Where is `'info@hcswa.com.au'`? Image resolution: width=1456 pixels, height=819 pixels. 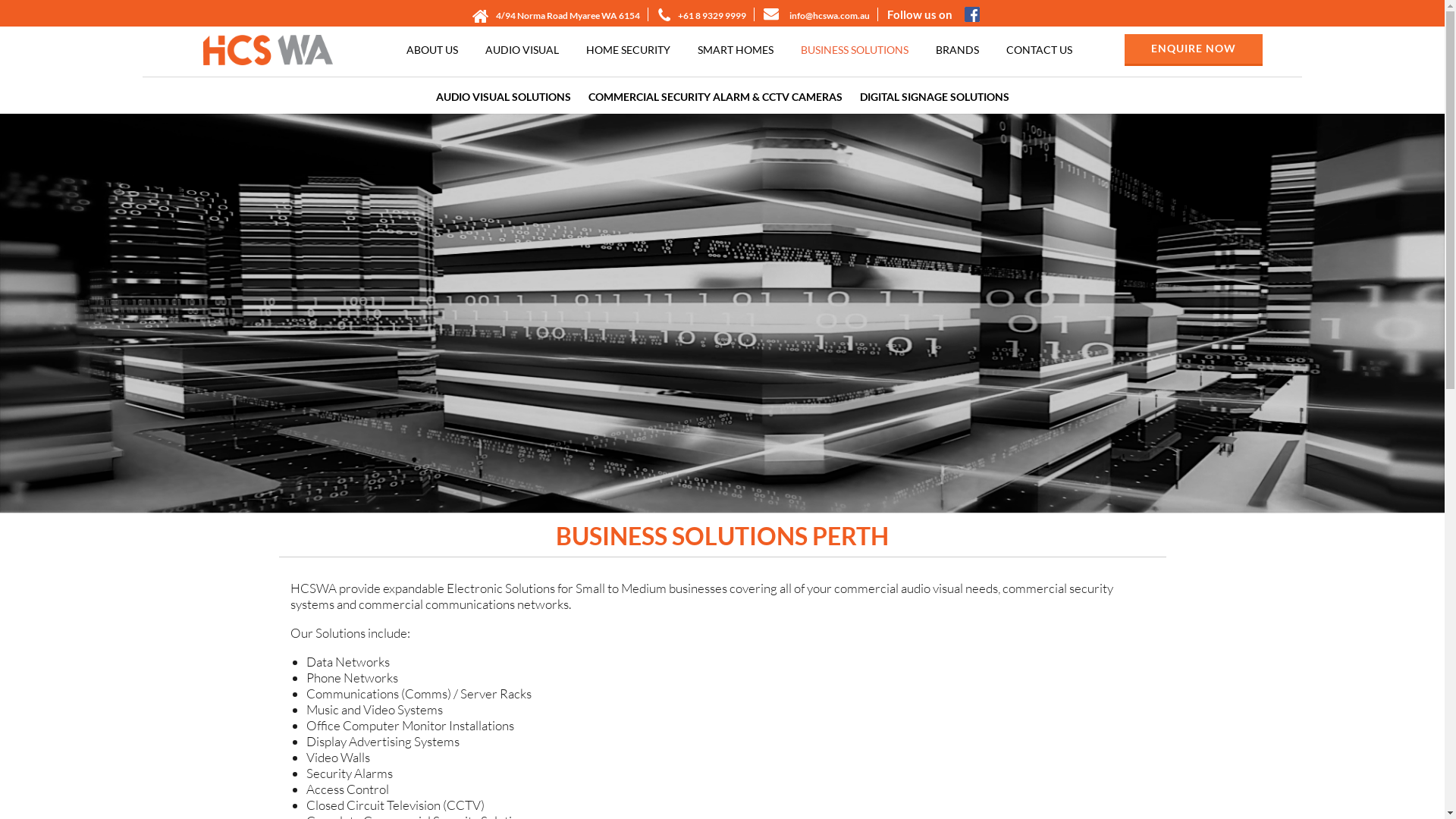 'info@hcswa.com.au' is located at coordinates (829, 15).